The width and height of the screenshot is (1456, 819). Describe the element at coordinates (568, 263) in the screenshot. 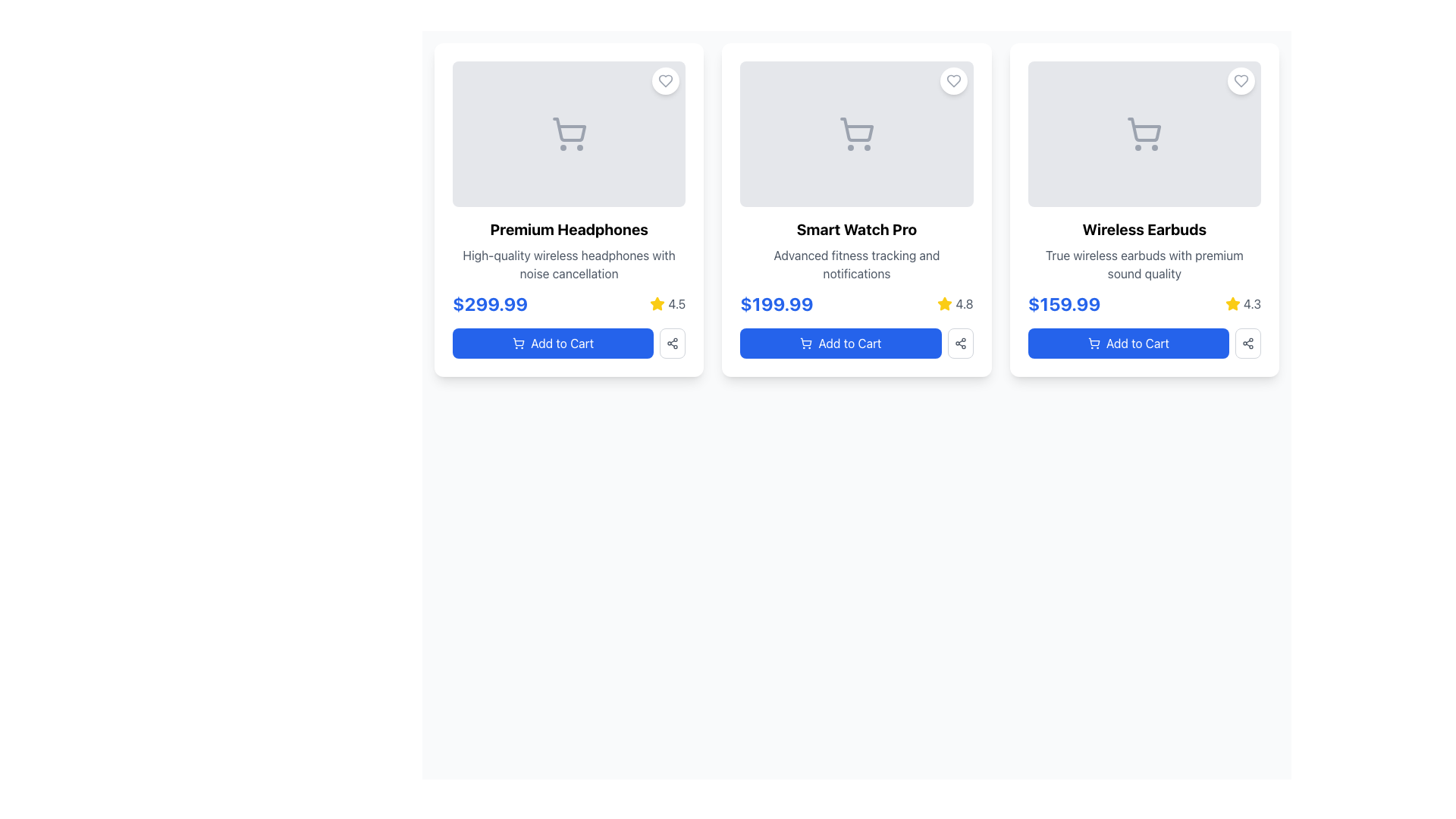

I see `the textual description stating 'High-quality wireless headphones with noise cancellation' located below the heading 'Premium Headphones' within the promotional card` at that location.